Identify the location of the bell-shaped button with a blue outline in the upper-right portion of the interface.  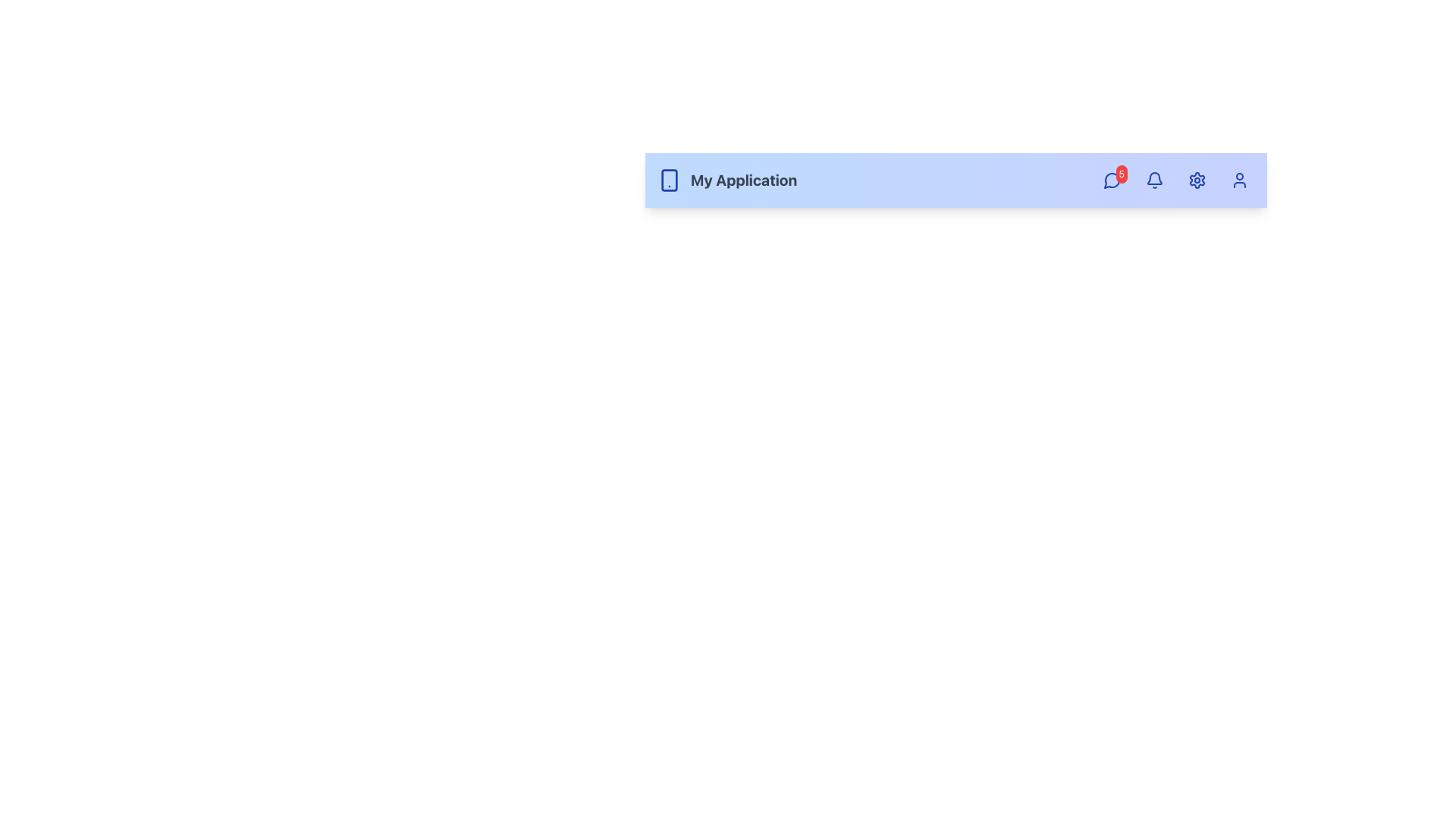
(1153, 180).